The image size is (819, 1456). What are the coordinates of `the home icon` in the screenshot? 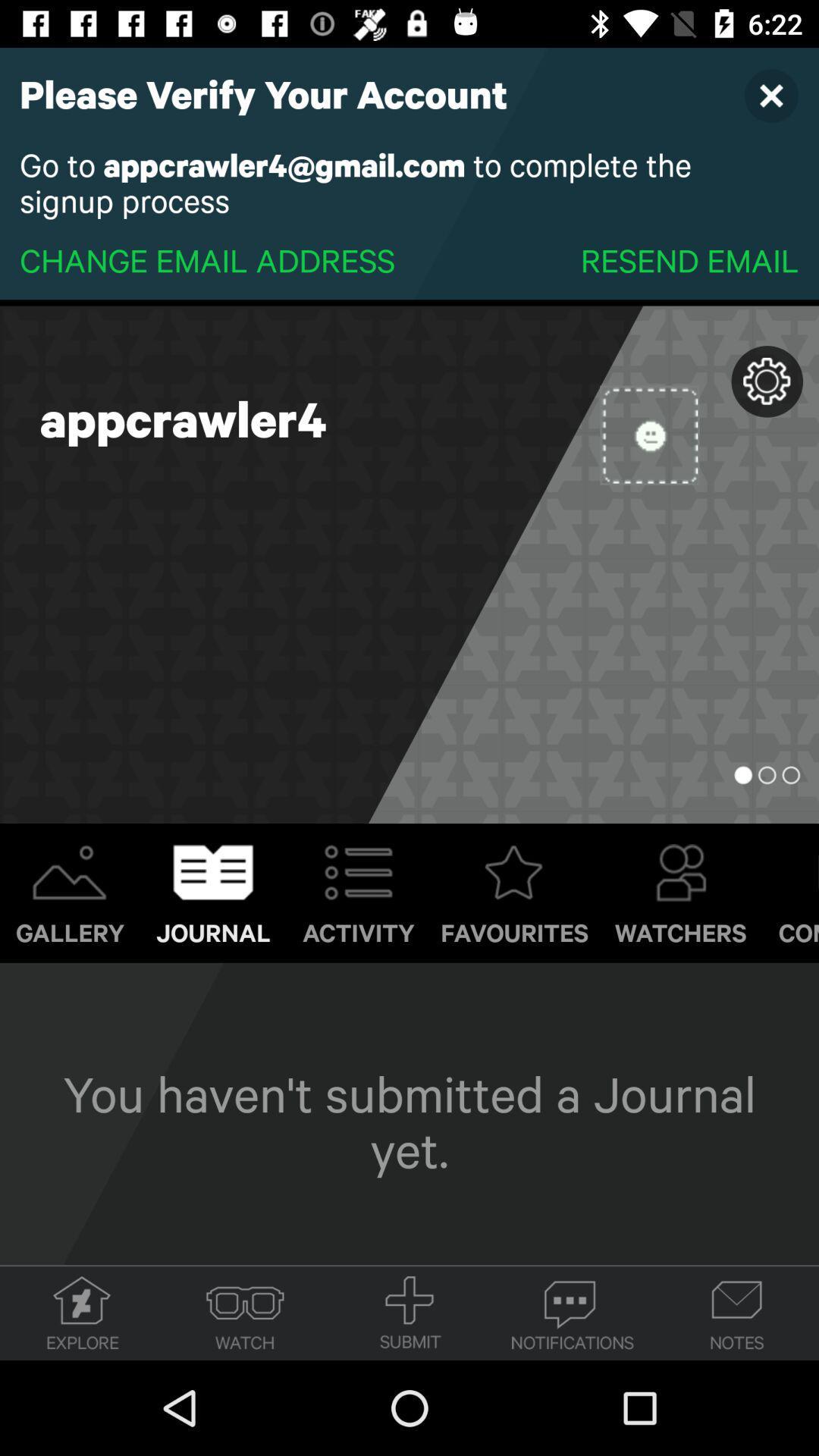 It's located at (82, 1312).